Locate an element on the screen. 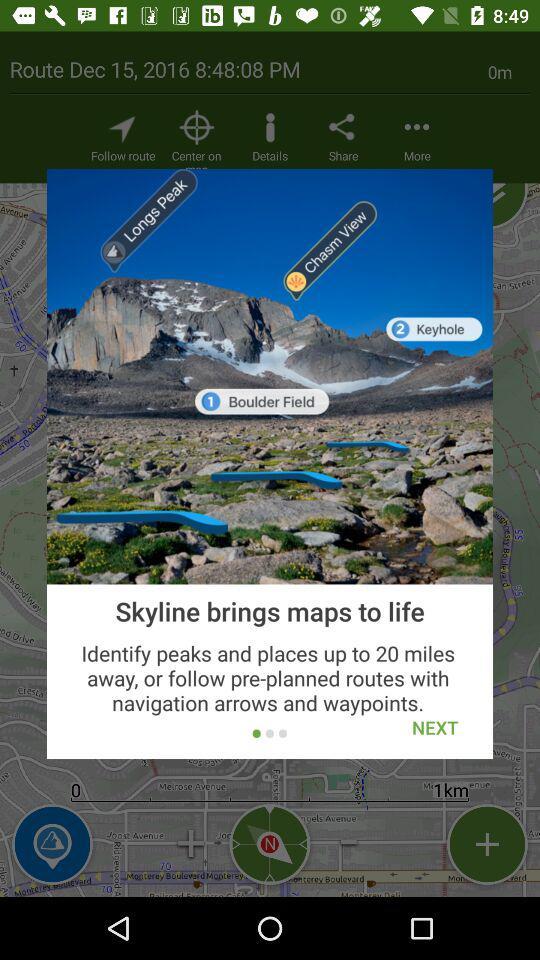  item at the bottom right corner is located at coordinates (434, 726).